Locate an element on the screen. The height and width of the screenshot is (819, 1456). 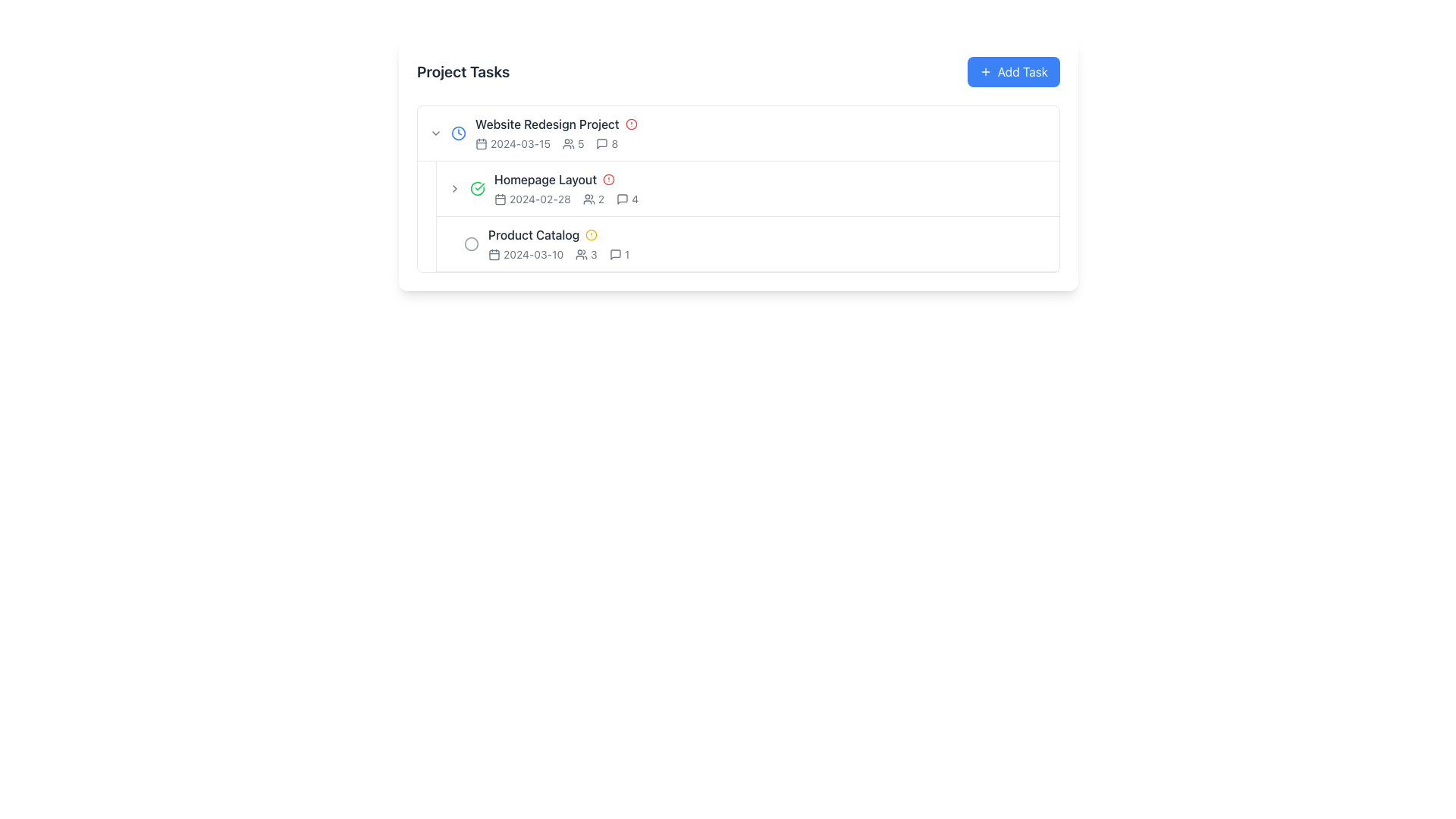
the icon representing two stylized human figures located next to the number '2' in the 'Homepage Layout' task row is located at coordinates (588, 198).